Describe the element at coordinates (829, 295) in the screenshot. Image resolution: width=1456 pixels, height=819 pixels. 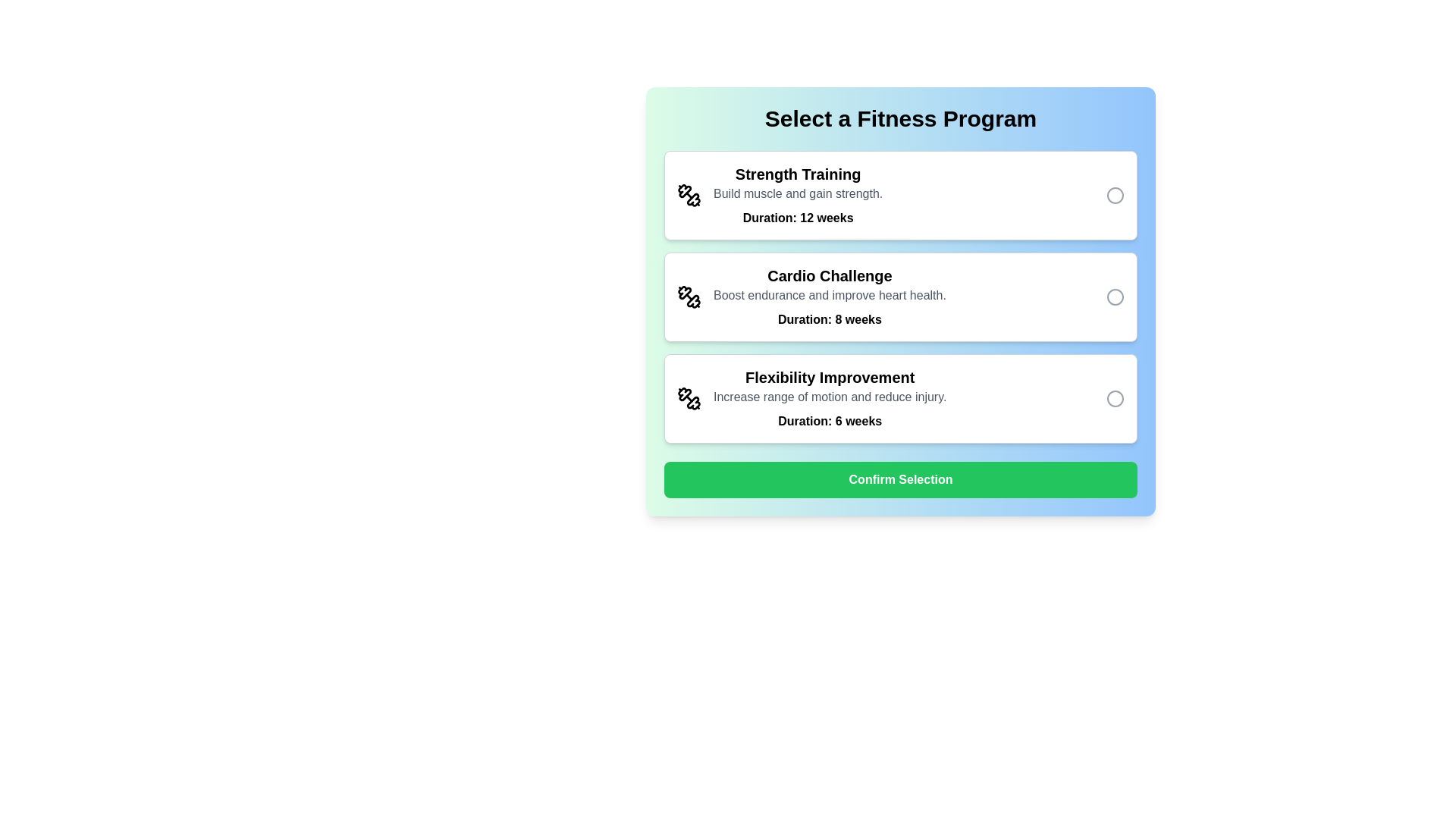
I see `the descriptive text label for the 'Cardio Challenge' program, located between the title and the duration text` at that location.